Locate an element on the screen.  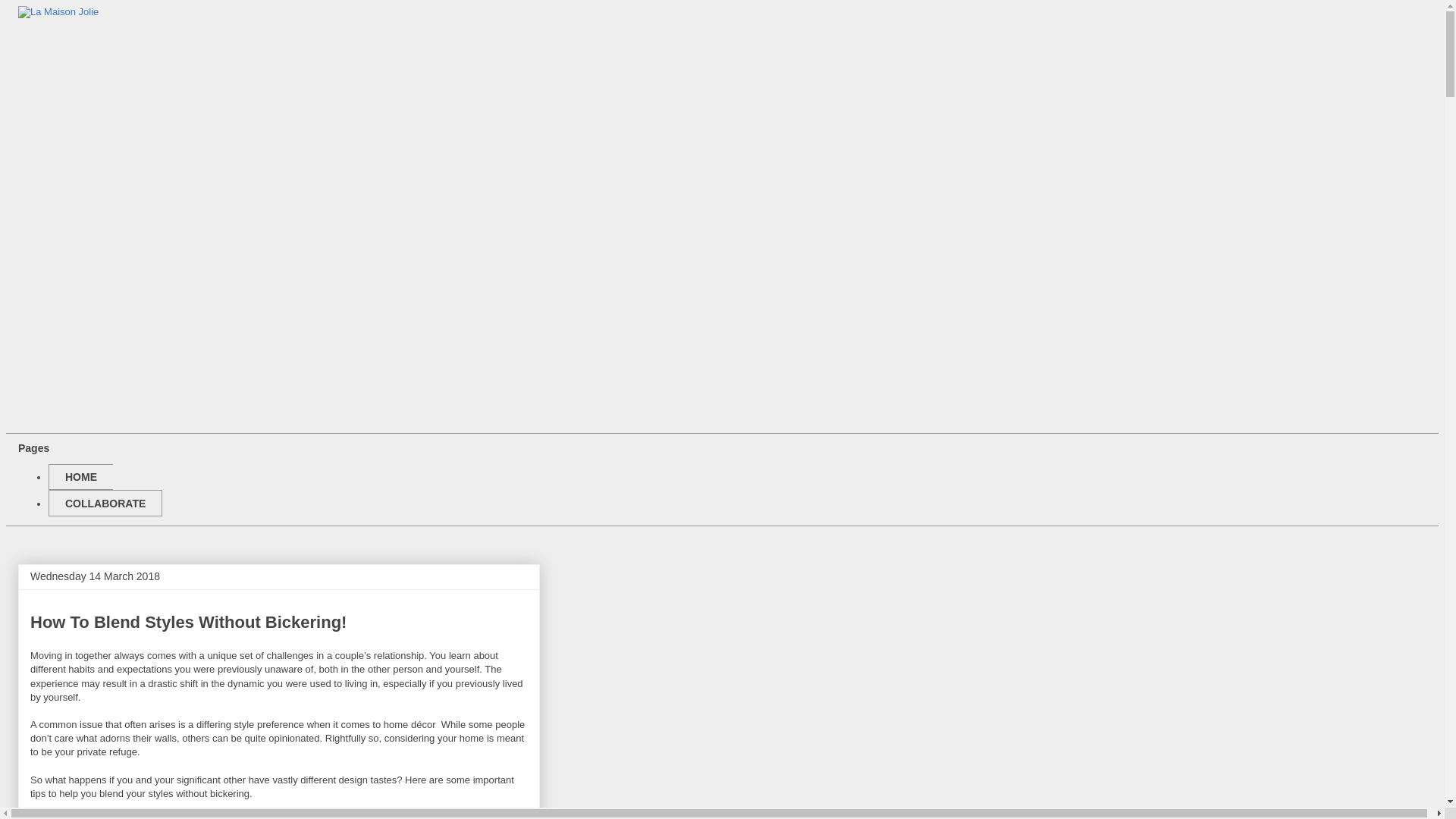
'COLLABORATE' is located at coordinates (105, 503).